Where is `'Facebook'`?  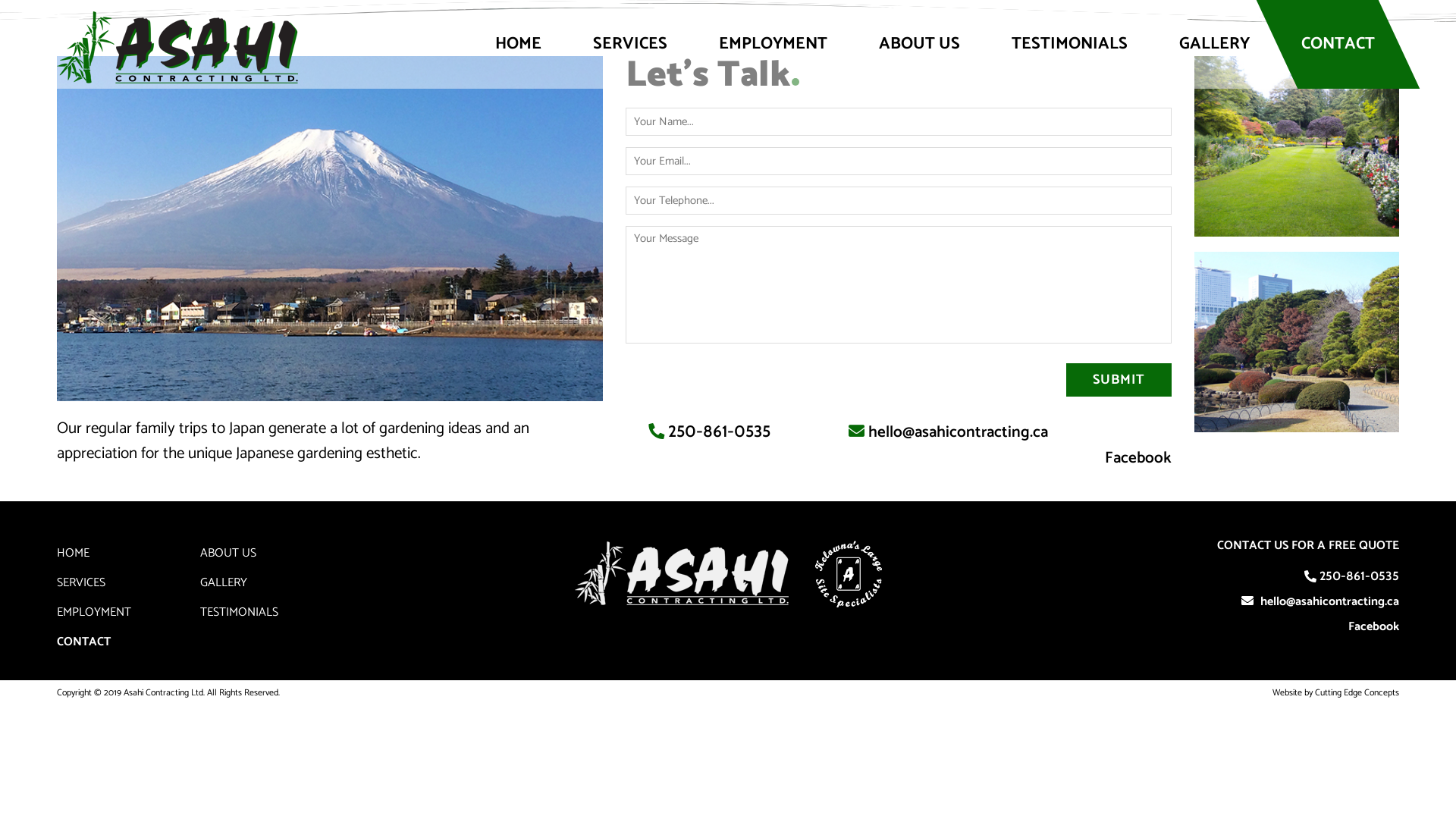
'Facebook' is located at coordinates (1138, 457).